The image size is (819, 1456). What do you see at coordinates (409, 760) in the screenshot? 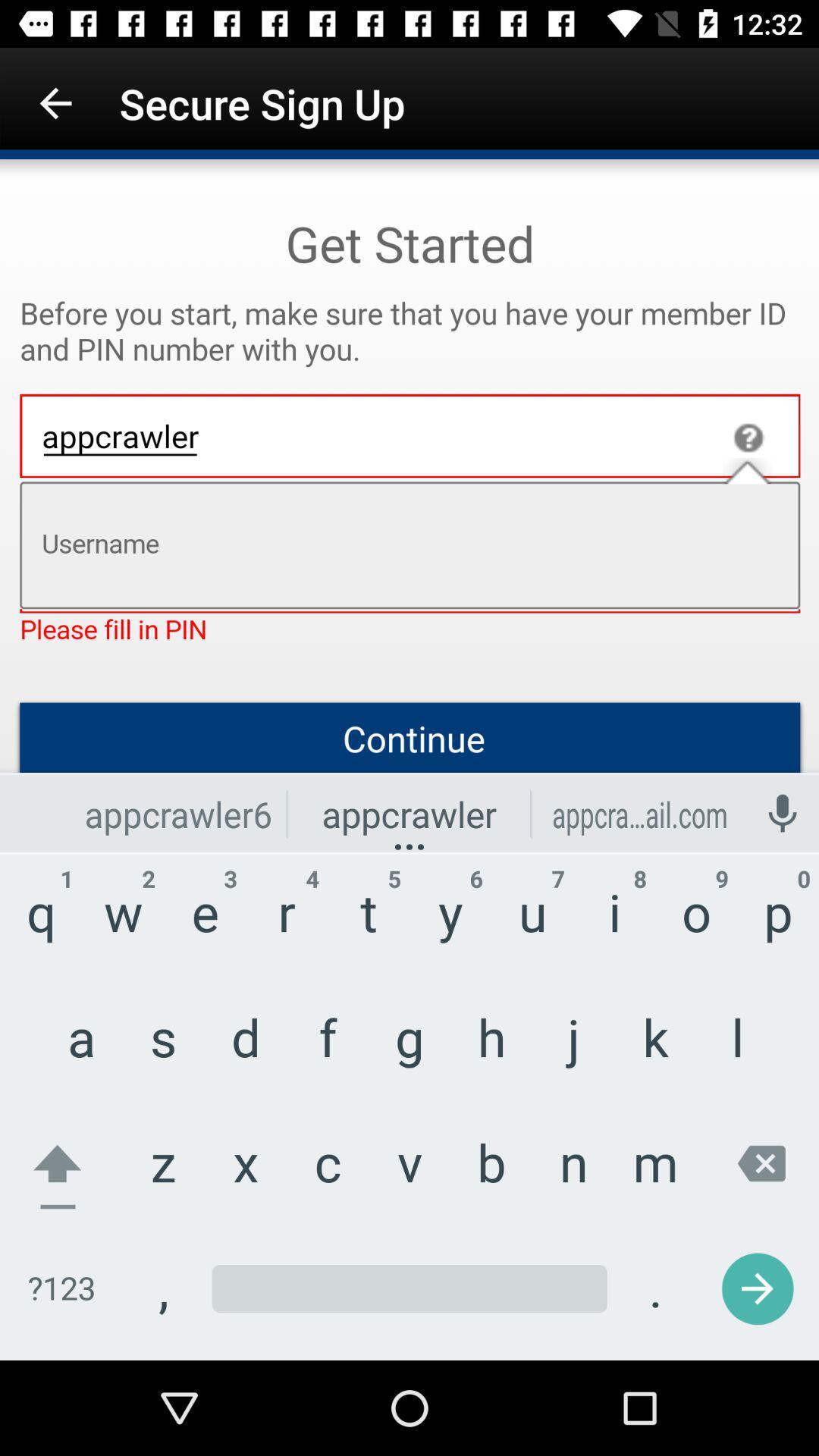
I see `wrong member id` at bounding box center [409, 760].